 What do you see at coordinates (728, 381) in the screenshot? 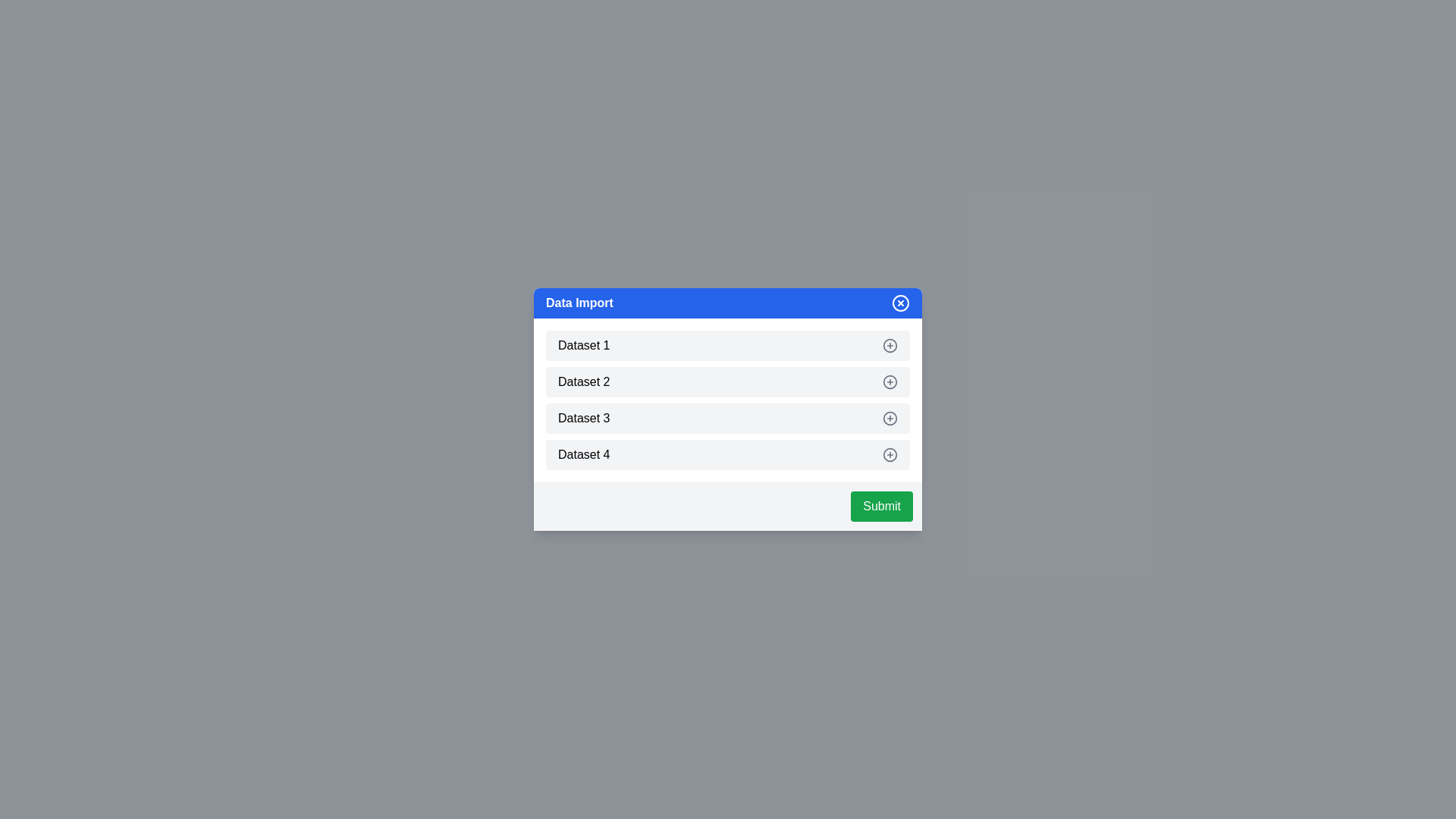
I see `the dataset item Dataset 2 to provide visual feedback` at bounding box center [728, 381].